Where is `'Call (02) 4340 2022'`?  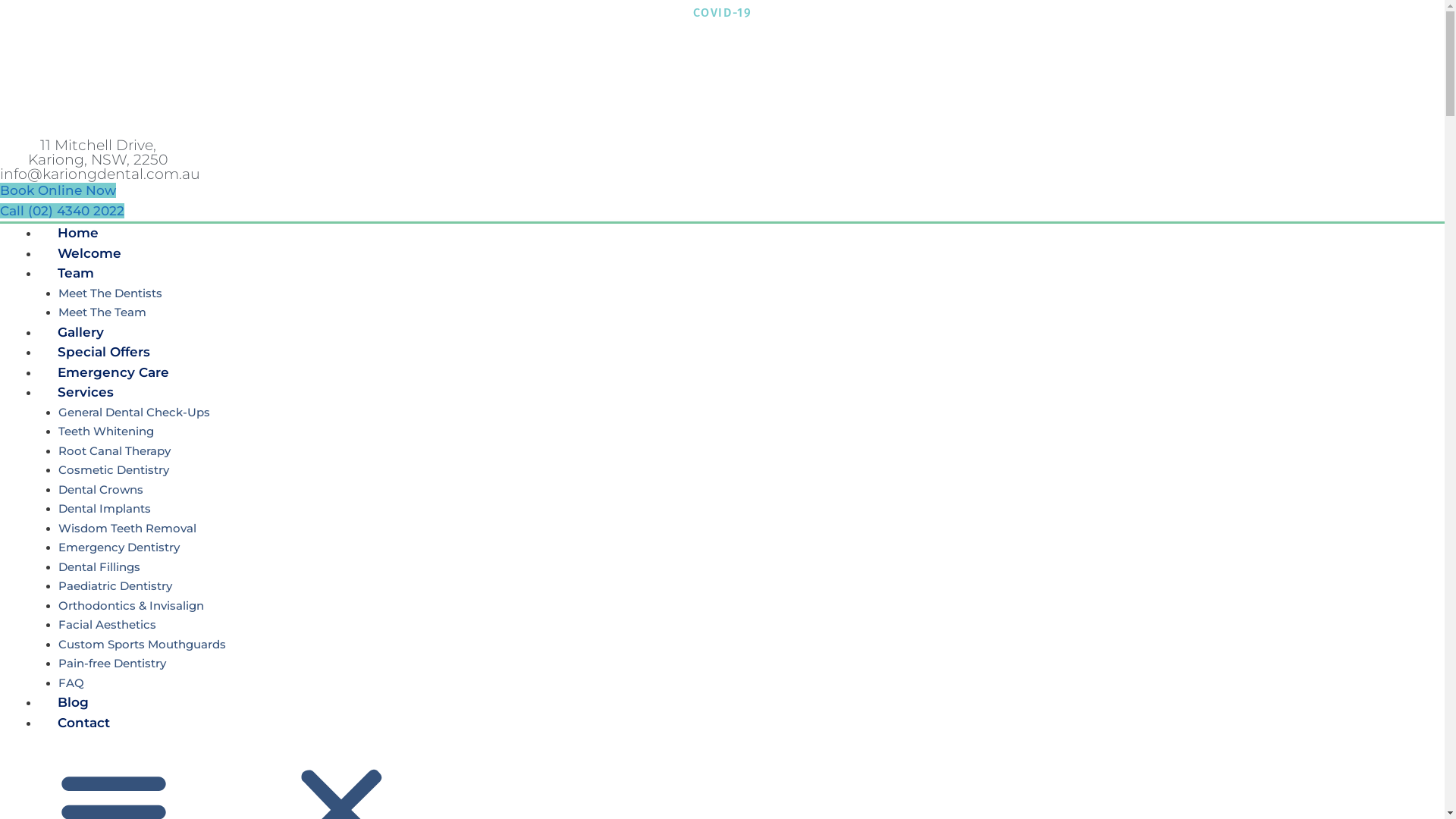
'Call (02) 4340 2022' is located at coordinates (61, 210).